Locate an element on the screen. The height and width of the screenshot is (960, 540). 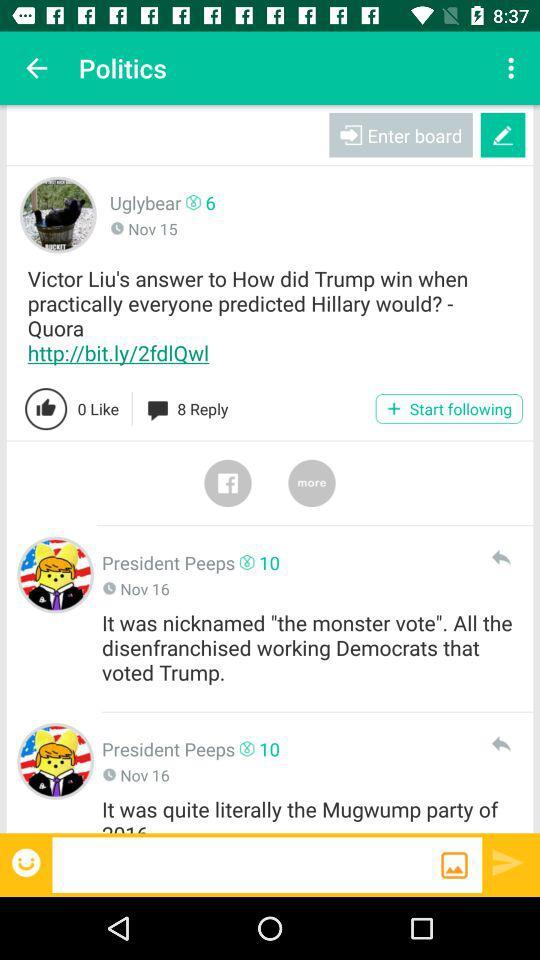
reply to comment is located at coordinates (499, 557).